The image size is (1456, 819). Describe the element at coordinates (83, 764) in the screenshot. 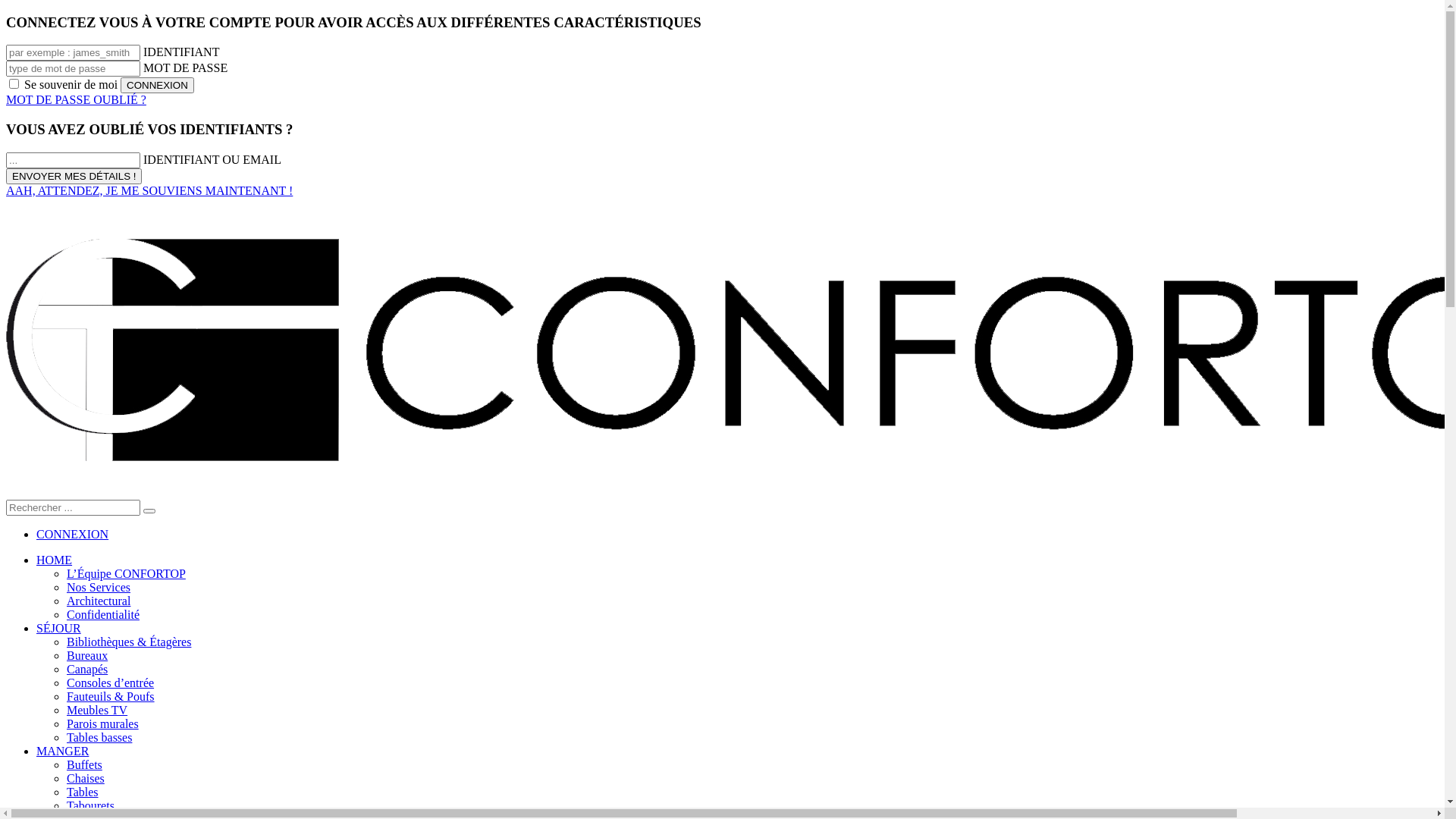

I see `'Buffets'` at that location.